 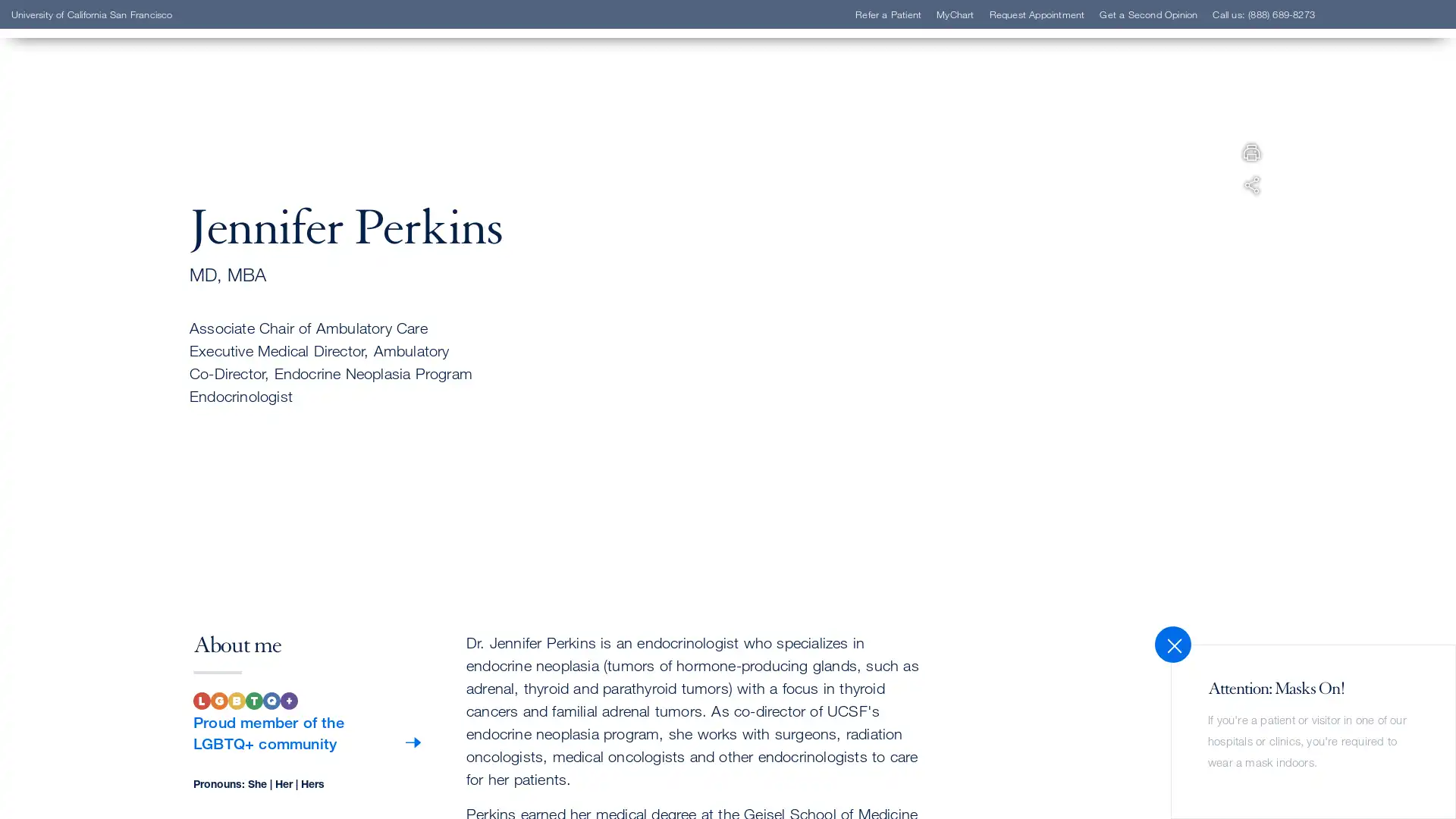 I want to click on Clinics, so click(x=82, y=268).